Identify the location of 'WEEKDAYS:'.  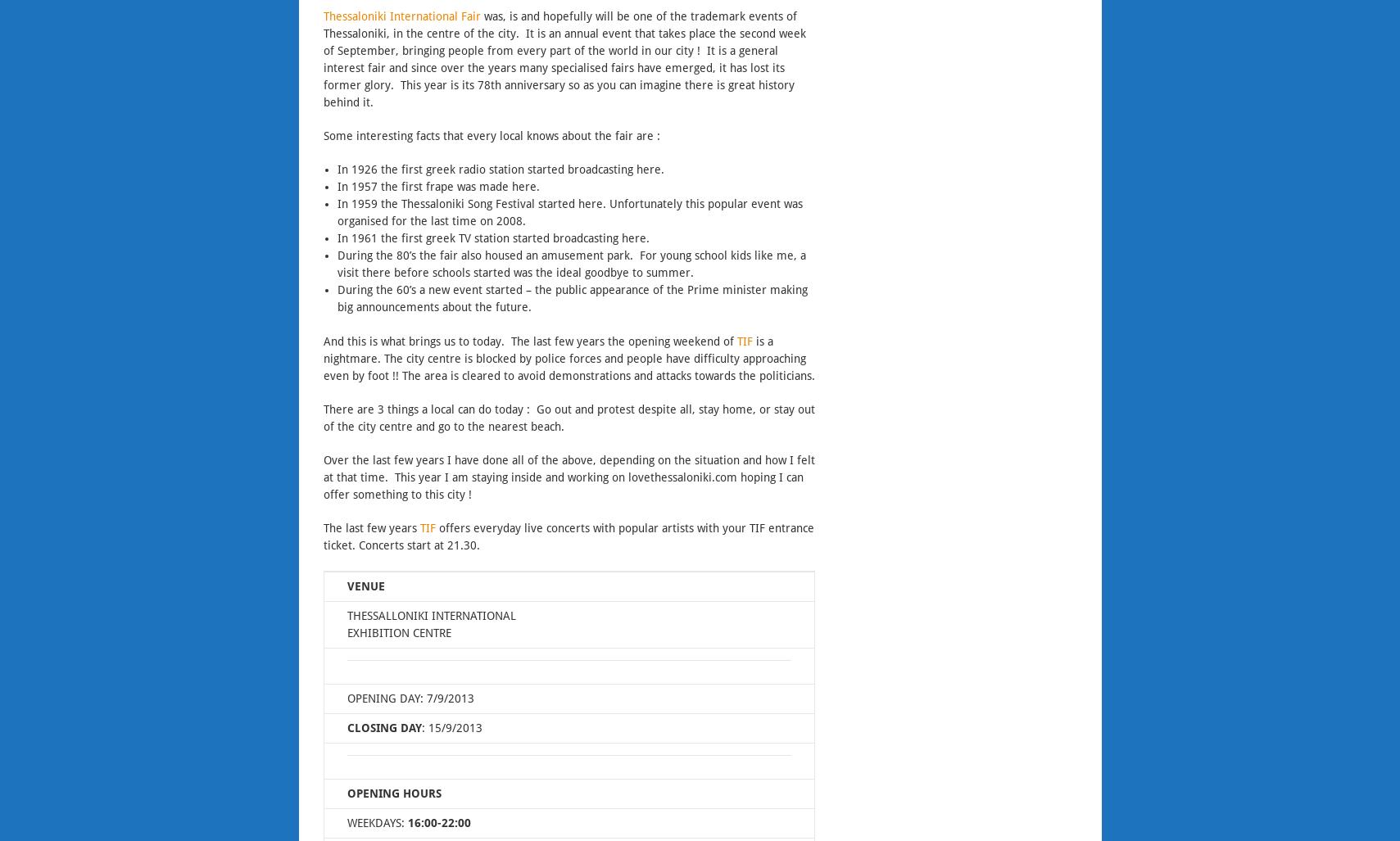
(345, 823).